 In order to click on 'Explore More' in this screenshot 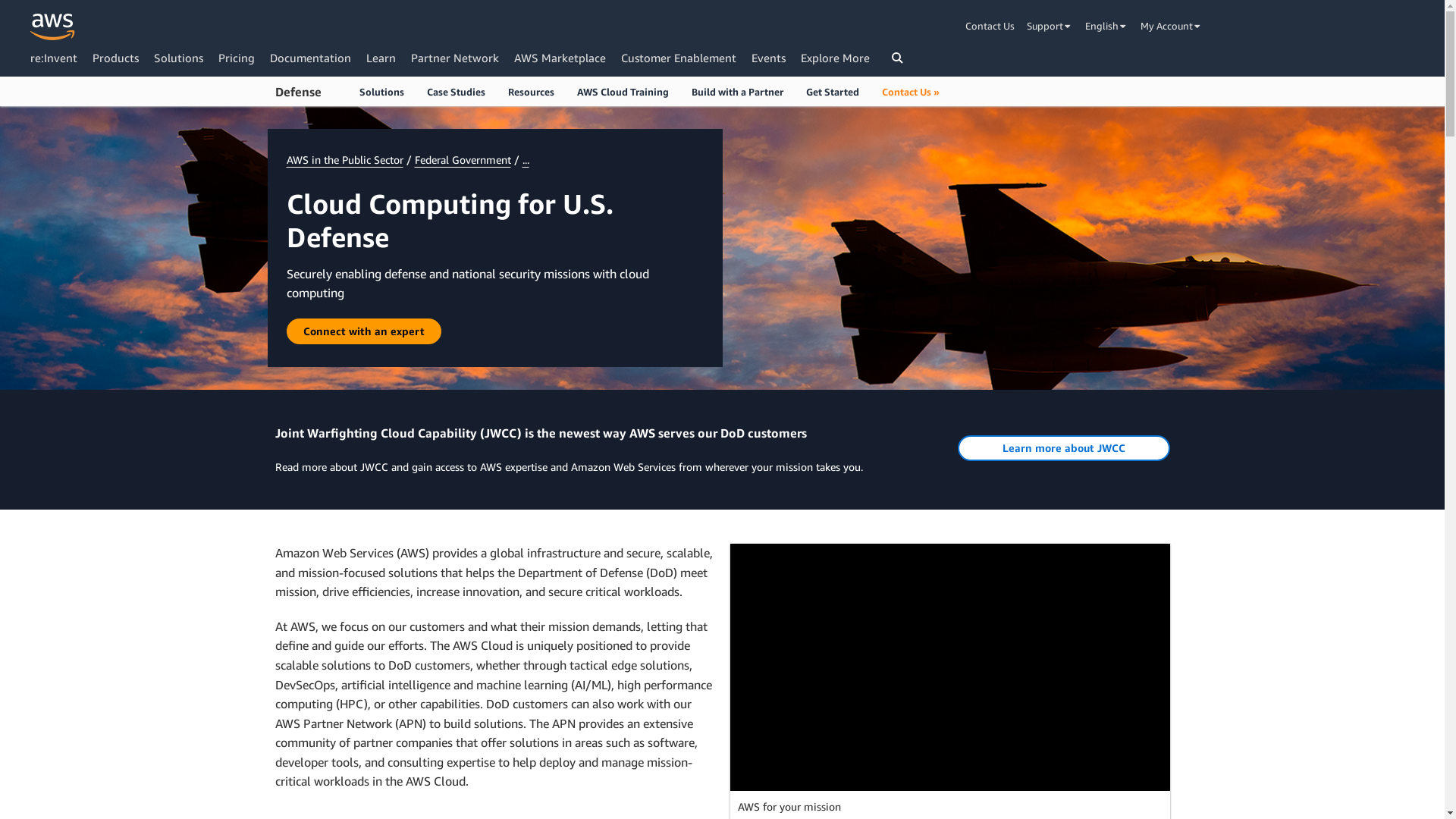, I will do `click(834, 57)`.